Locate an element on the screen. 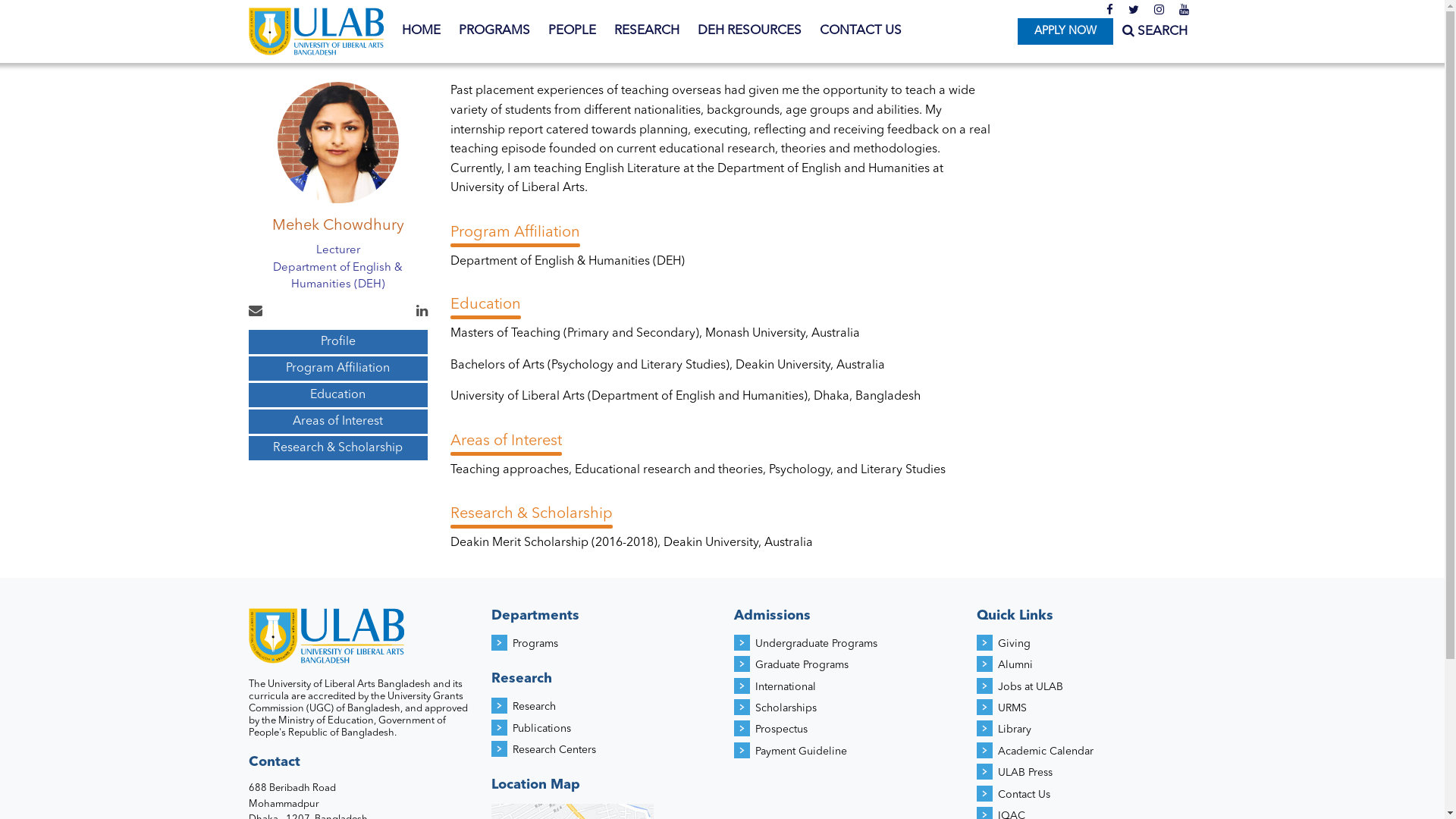 The image size is (1456, 819). 'Undergraduate Programs' is located at coordinates (815, 643).